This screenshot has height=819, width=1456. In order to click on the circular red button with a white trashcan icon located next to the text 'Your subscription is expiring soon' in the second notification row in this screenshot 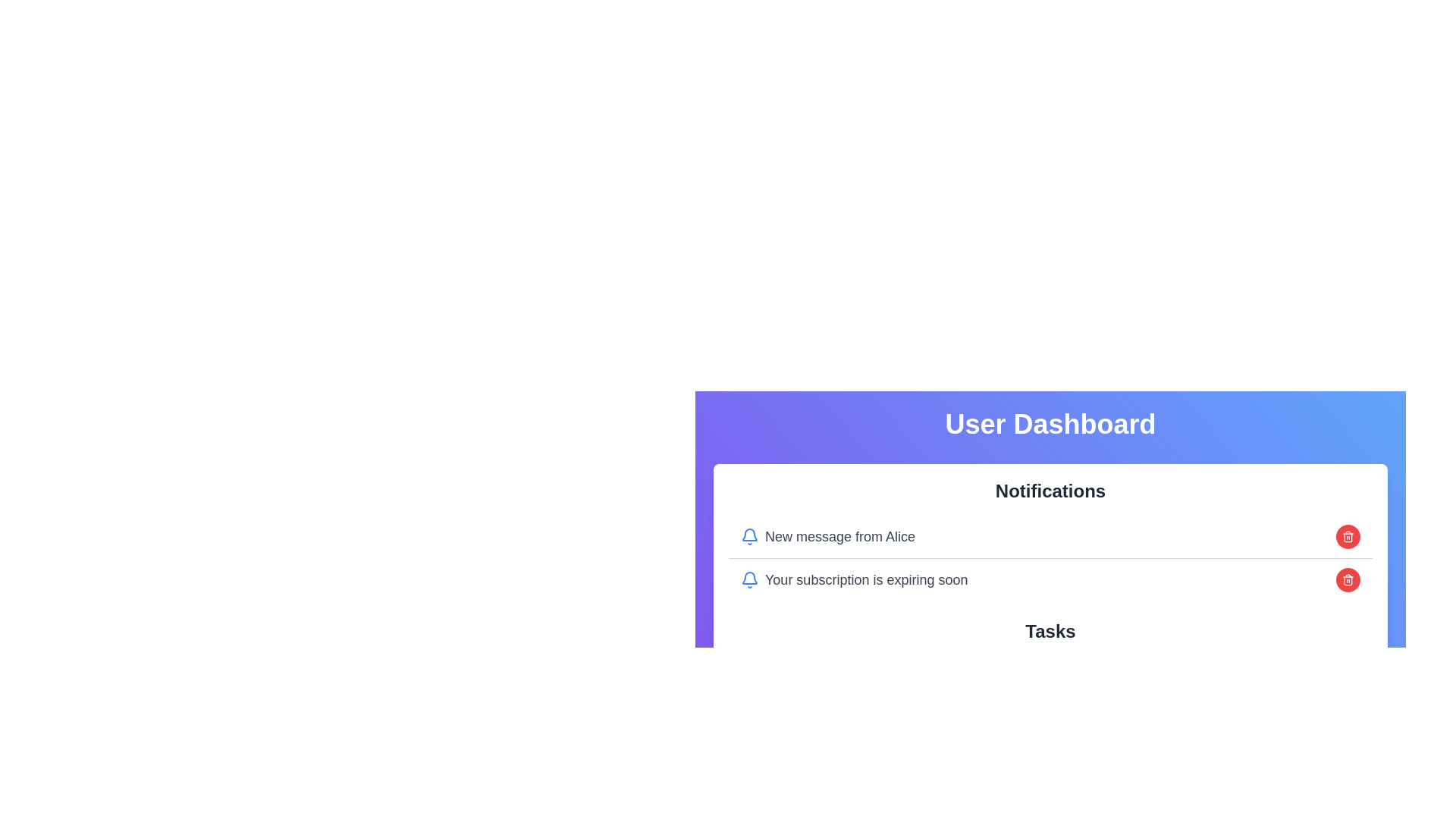, I will do `click(1348, 579)`.